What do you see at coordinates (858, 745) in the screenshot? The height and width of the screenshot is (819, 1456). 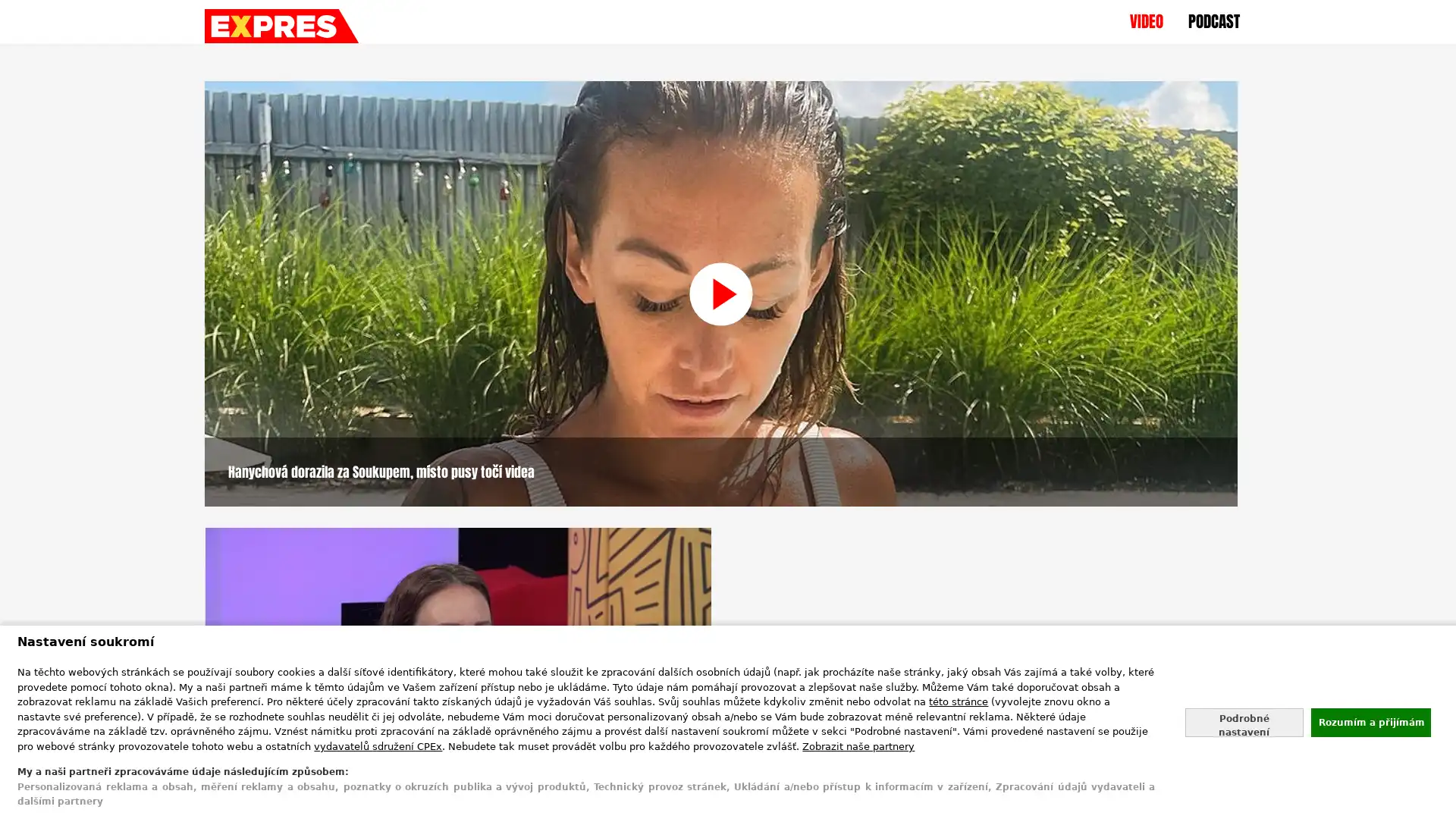 I see `Zobrazit nase partnery` at bounding box center [858, 745].